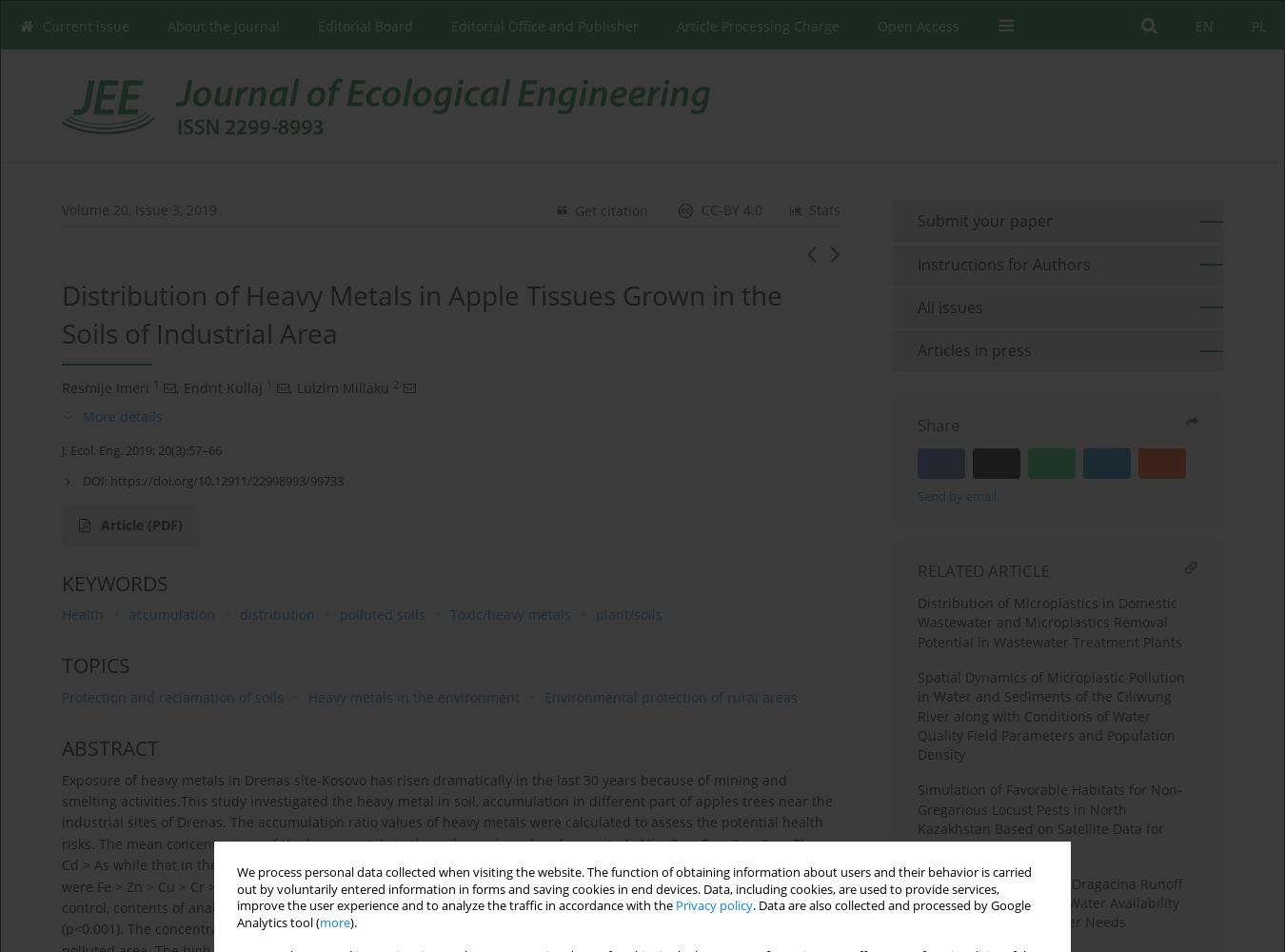  Describe the element at coordinates (222, 387) in the screenshot. I see `'Endrit  Kullaj'` at that location.